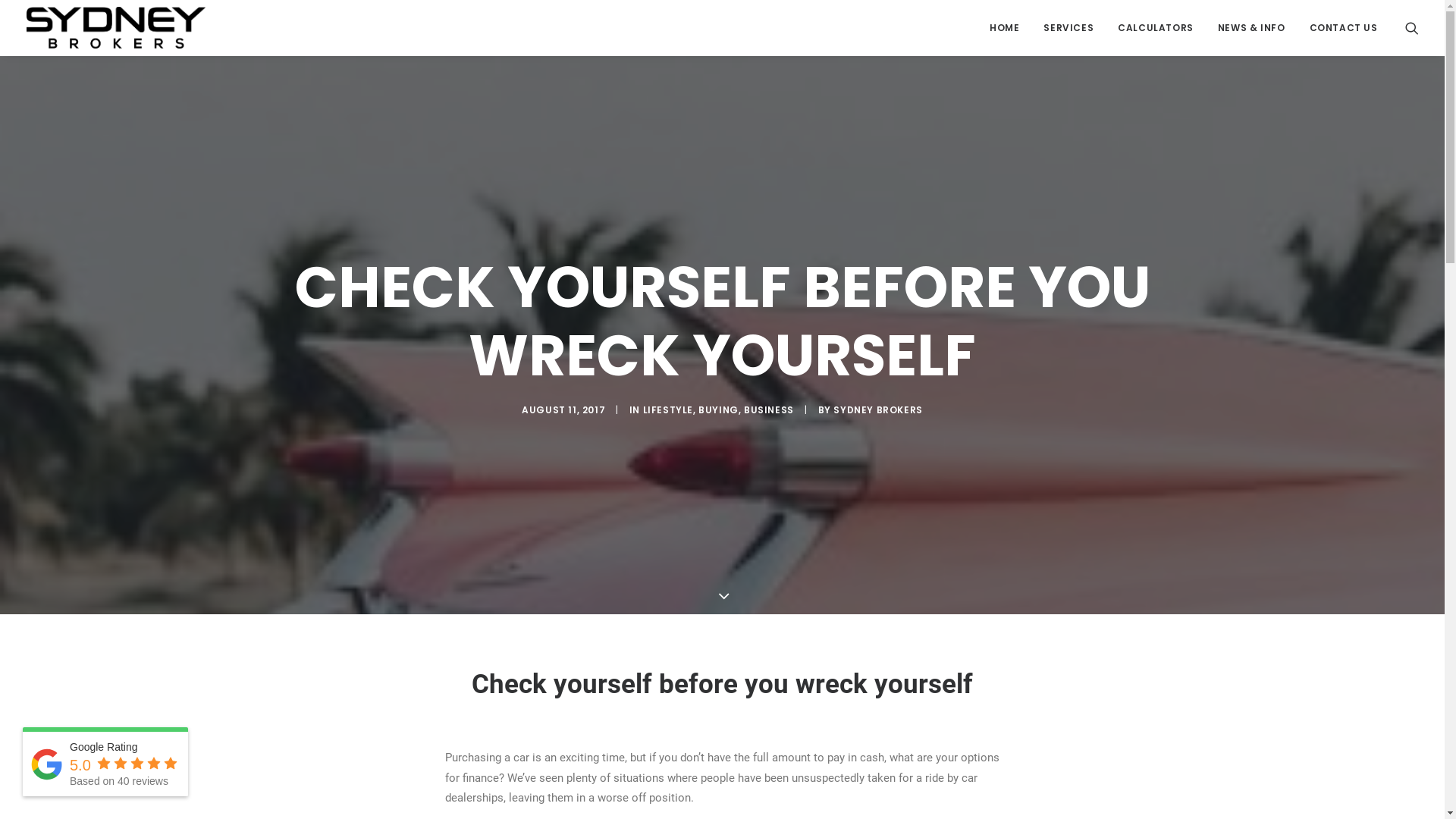 This screenshot has height=819, width=1456. I want to click on 'BUYING', so click(717, 409).